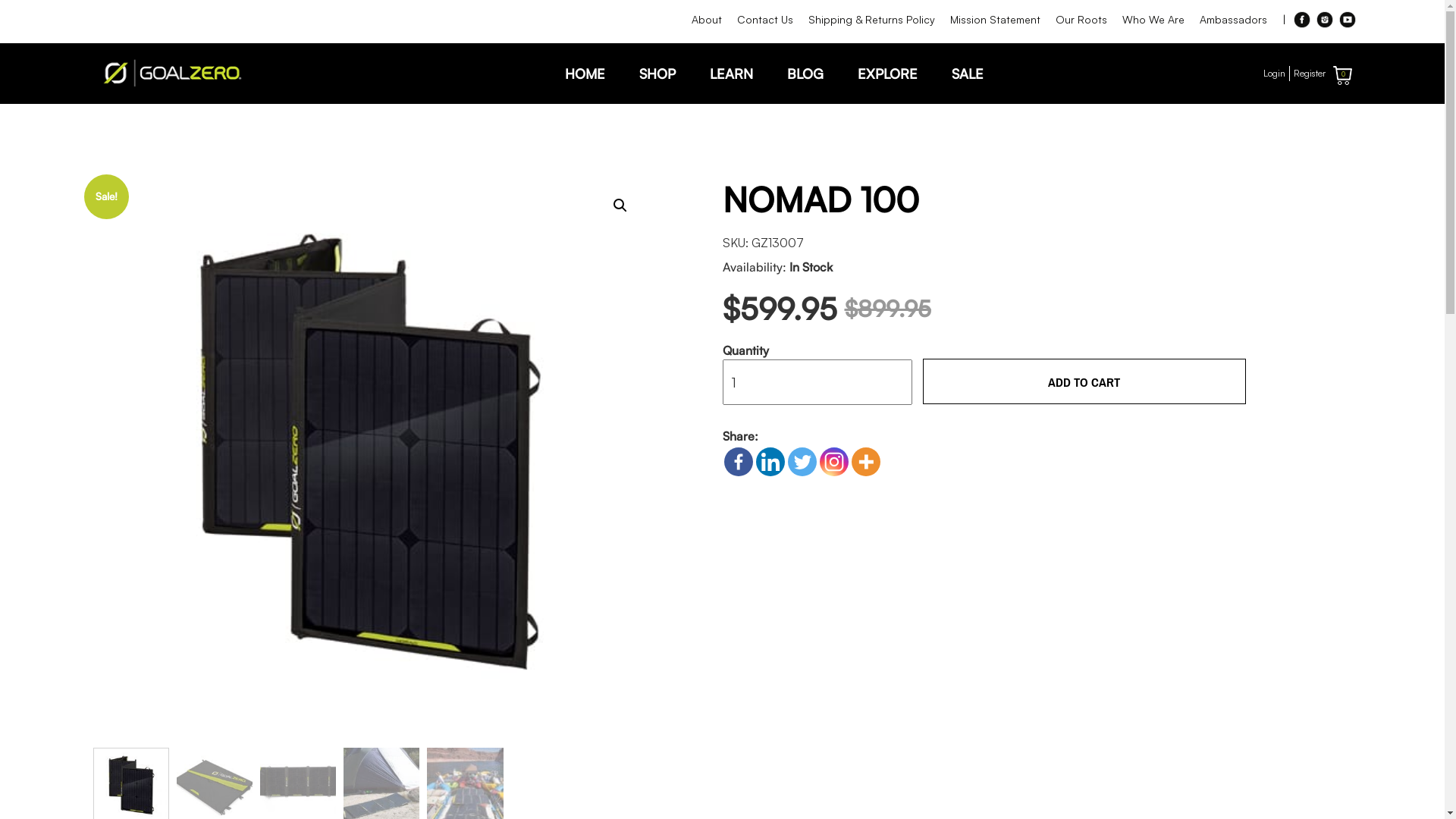 The image size is (1456, 819). Describe the element at coordinates (1309, 73) in the screenshot. I see `'Register'` at that location.